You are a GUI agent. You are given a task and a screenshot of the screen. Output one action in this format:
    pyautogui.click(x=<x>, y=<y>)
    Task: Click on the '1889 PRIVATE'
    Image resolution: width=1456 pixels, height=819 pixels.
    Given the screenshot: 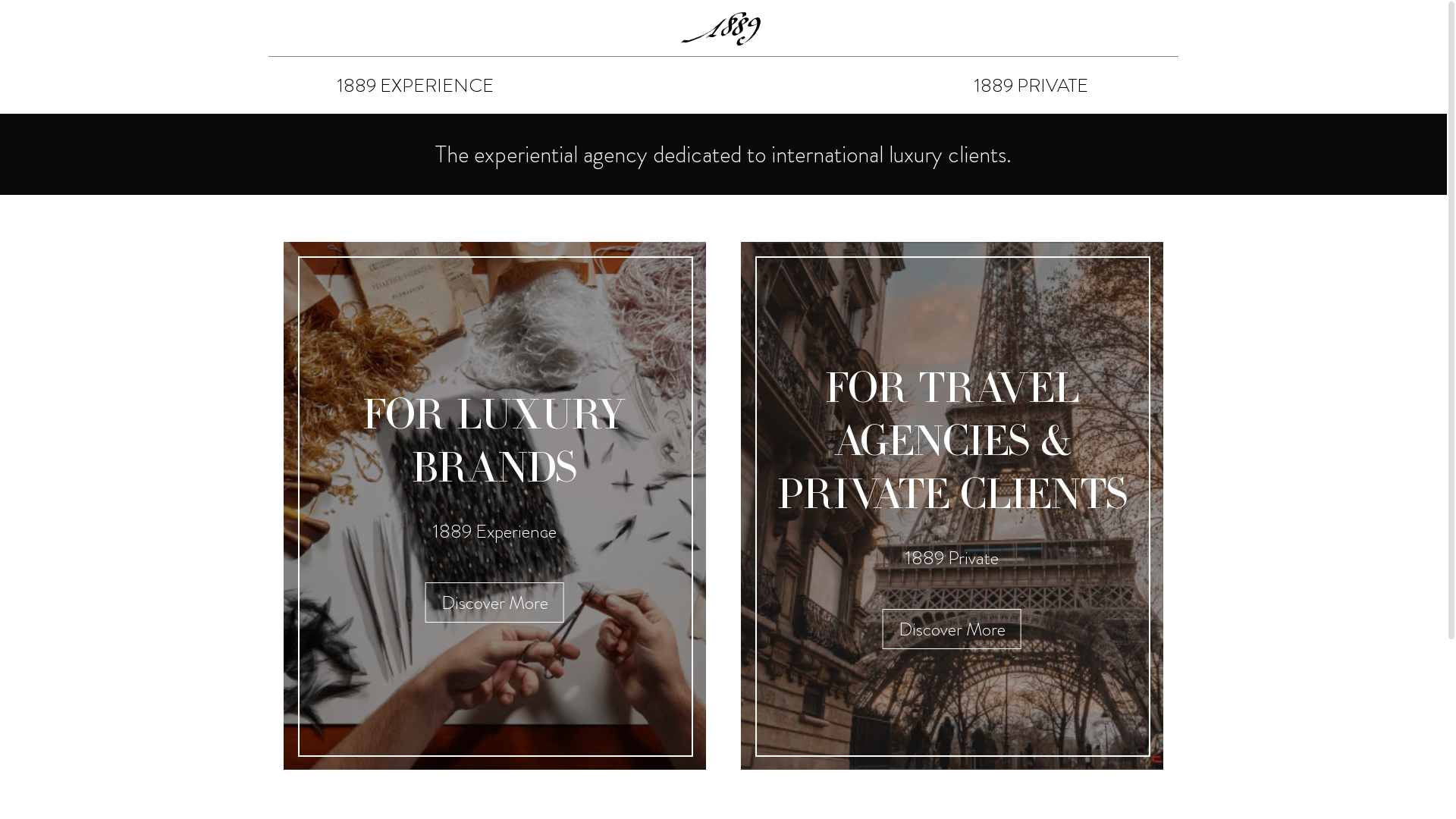 What is the action you would take?
    pyautogui.click(x=1031, y=85)
    